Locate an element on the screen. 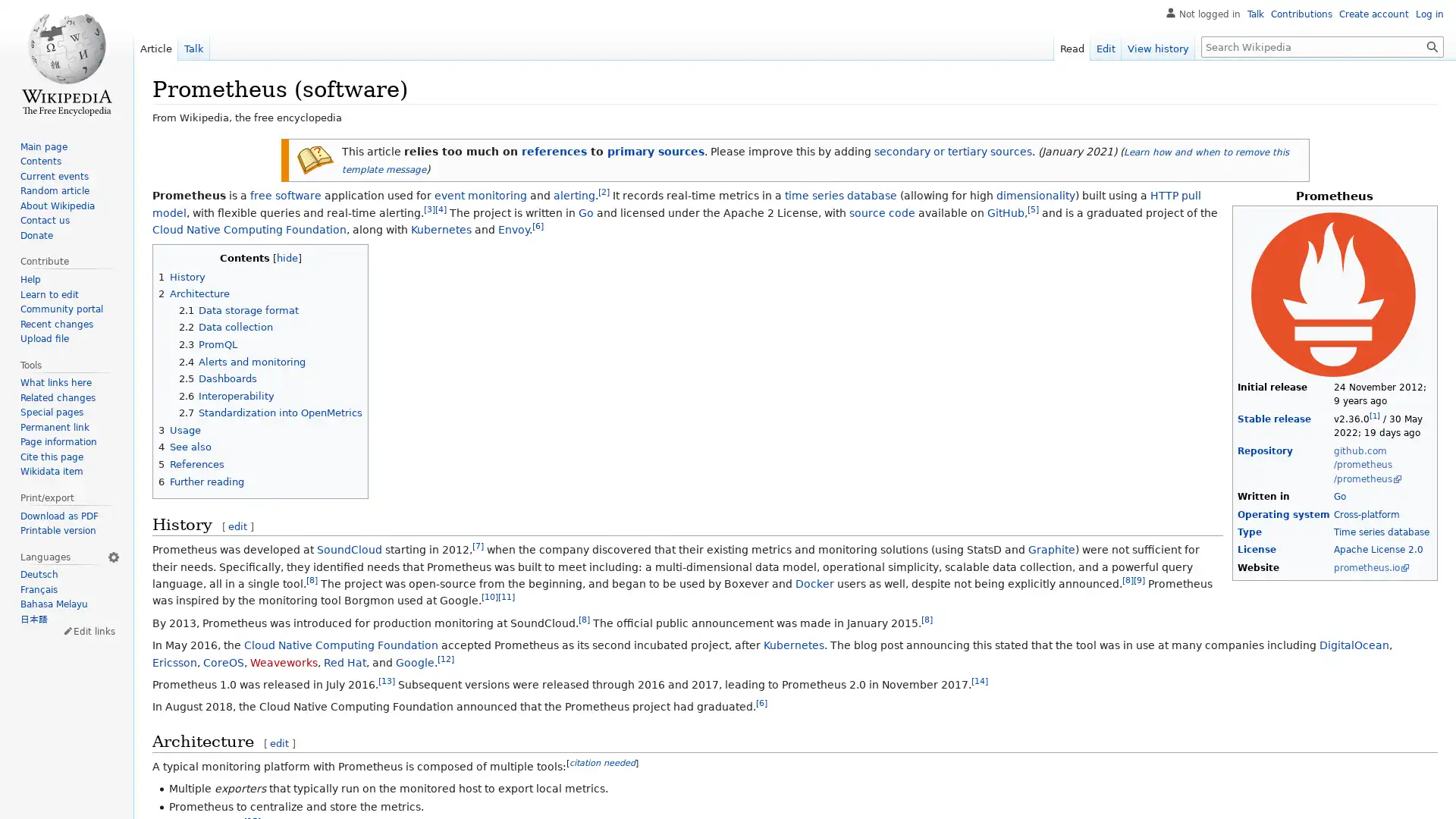 Image resolution: width=1456 pixels, height=819 pixels. Language settings is located at coordinates (112, 556).